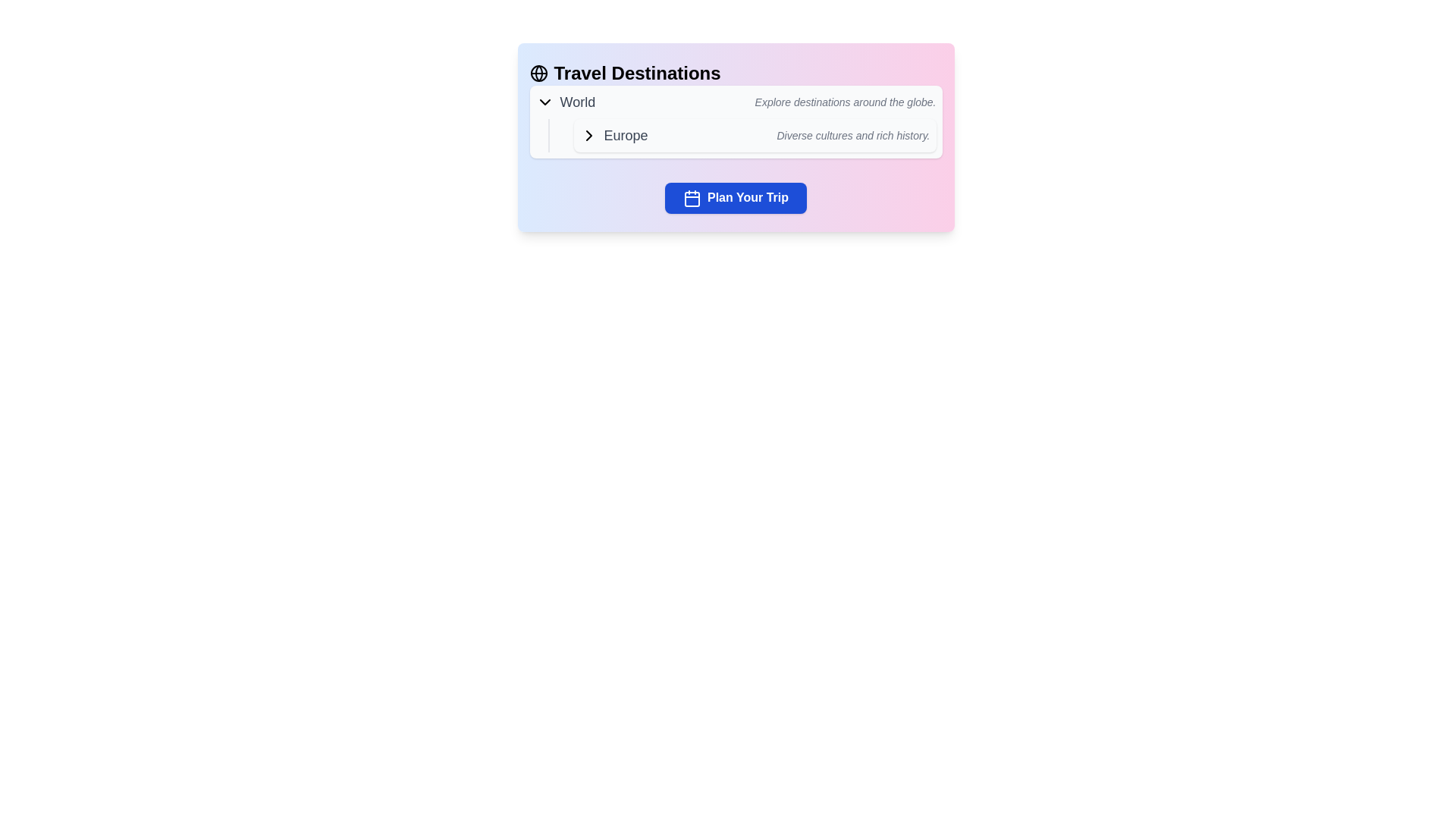 The width and height of the screenshot is (1456, 819). Describe the element at coordinates (691, 198) in the screenshot. I see `the 'Plan Your Trip' button that contains the calendar icon located at the bottom-center of the user interface` at that location.